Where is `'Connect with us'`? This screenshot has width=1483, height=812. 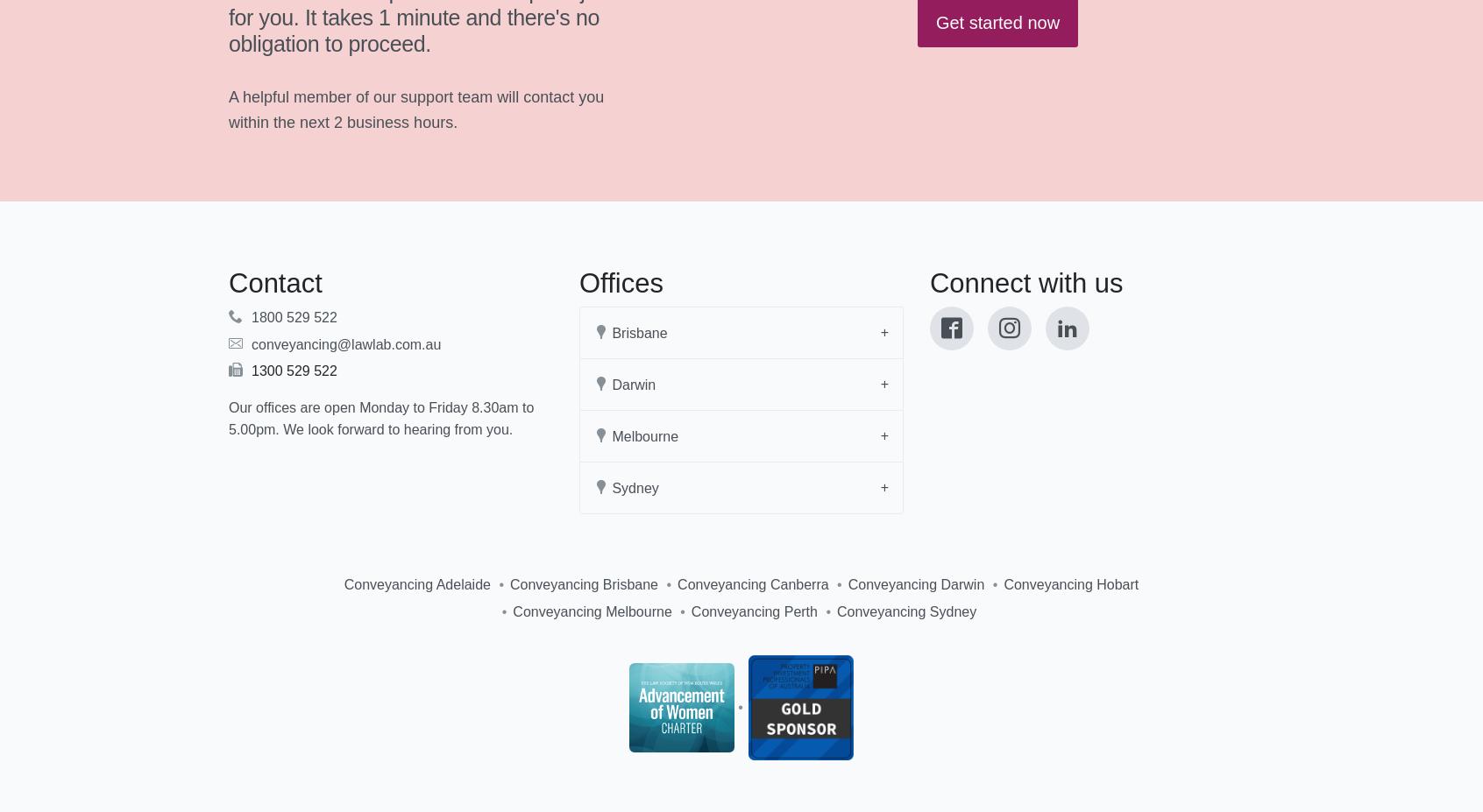 'Connect with us' is located at coordinates (1025, 281).